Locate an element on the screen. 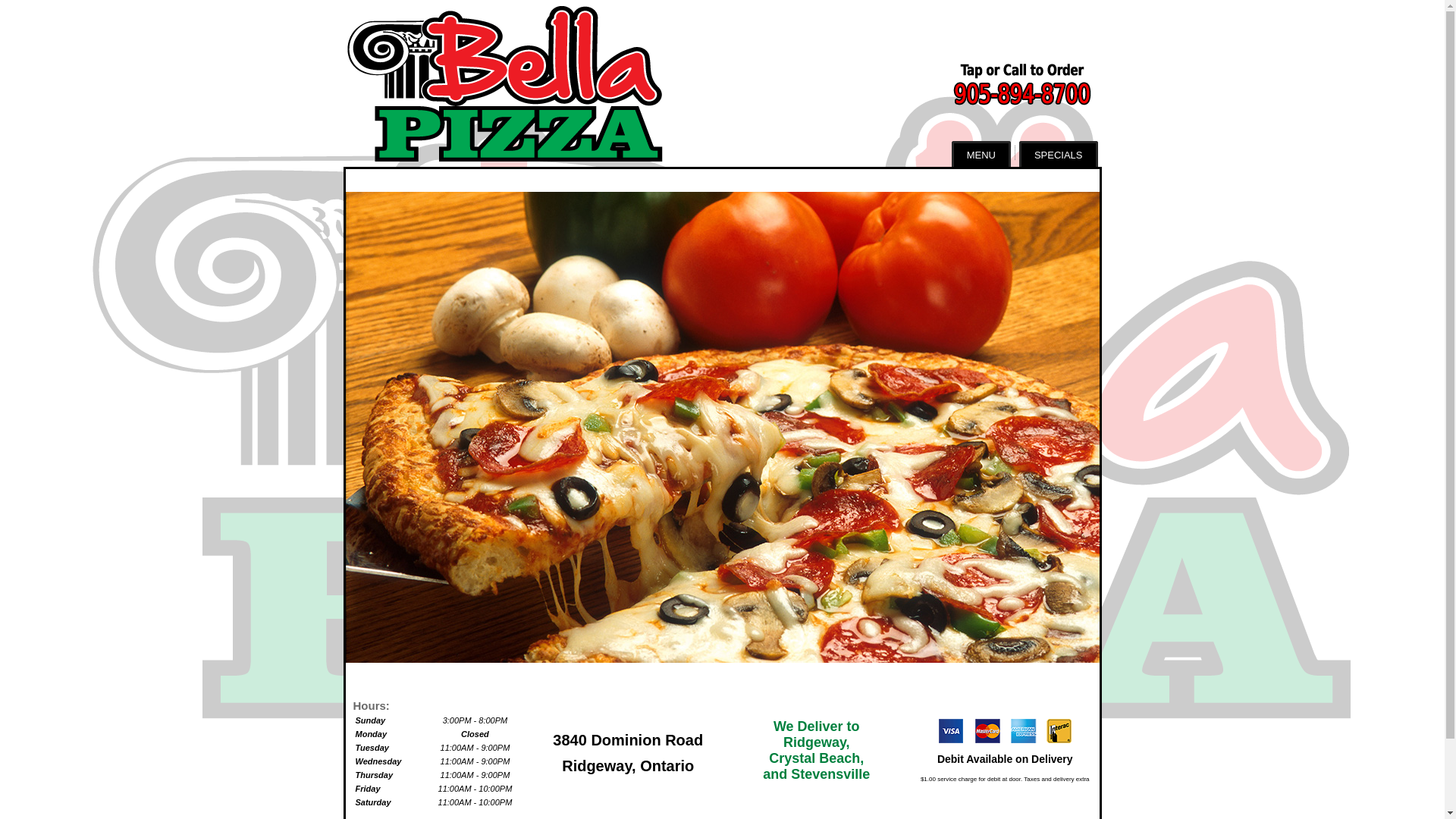 The height and width of the screenshot is (819, 1456). 'SPECIALS' is located at coordinates (1019, 154).